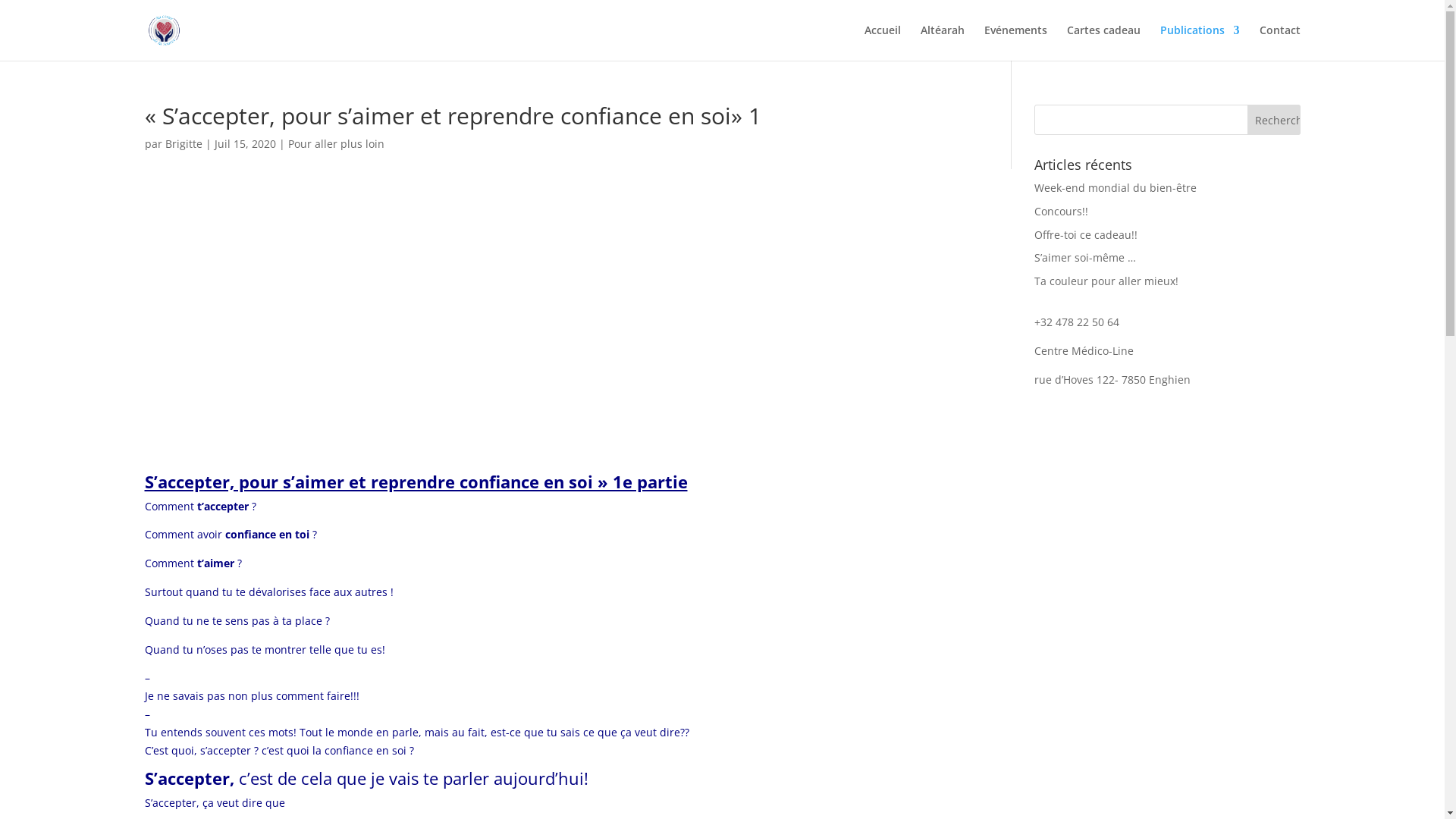 The width and height of the screenshot is (1456, 819). Describe the element at coordinates (882, 42) in the screenshot. I see `'Accueil'` at that location.